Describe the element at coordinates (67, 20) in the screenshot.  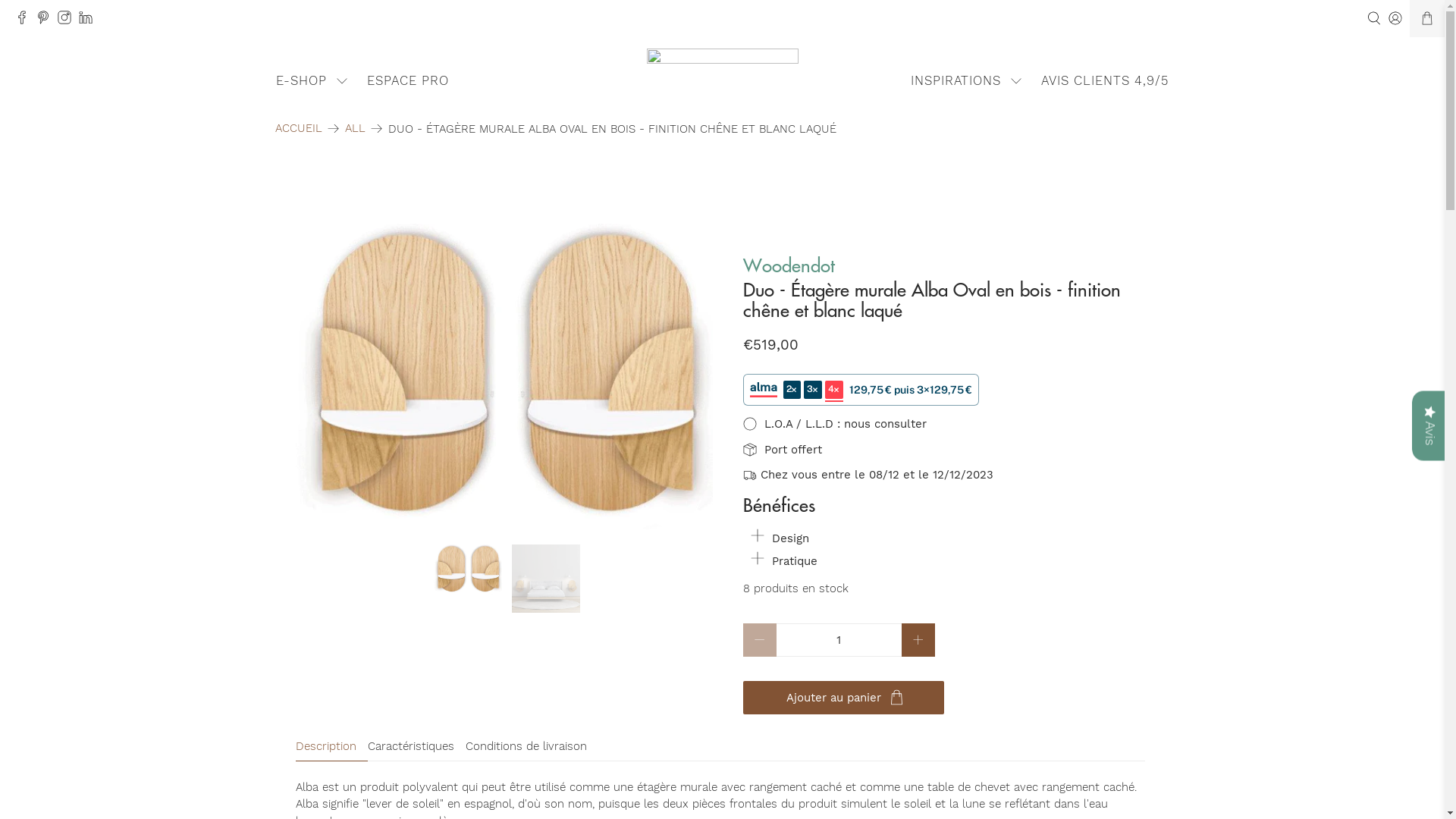
I see `'37+ Design on Instagram'` at that location.